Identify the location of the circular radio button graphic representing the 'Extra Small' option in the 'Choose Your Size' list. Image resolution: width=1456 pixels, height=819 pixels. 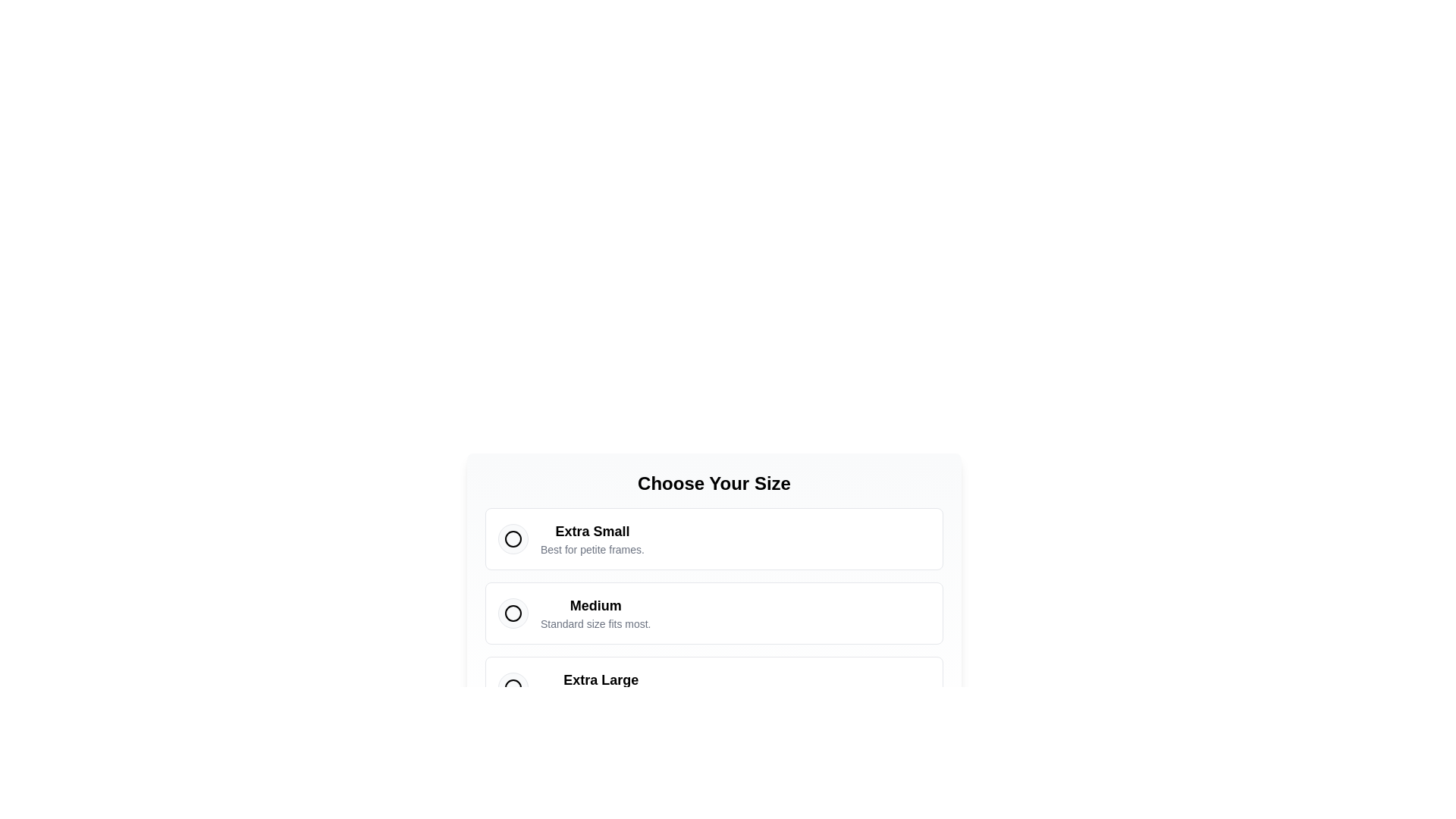
(513, 538).